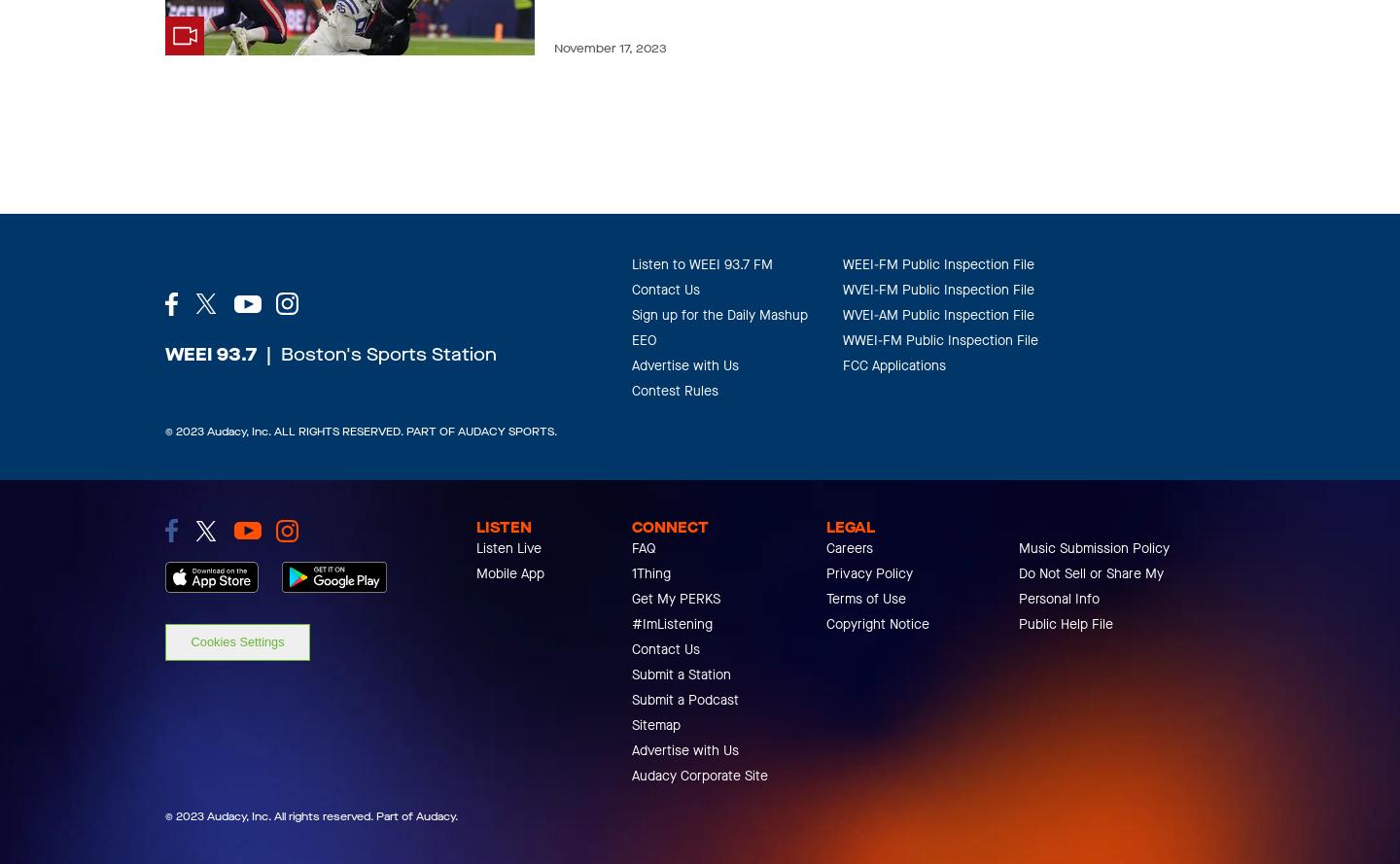 The width and height of the screenshot is (1400, 864). What do you see at coordinates (1093, 548) in the screenshot?
I see `'Music Submission Policy'` at bounding box center [1093, 548].